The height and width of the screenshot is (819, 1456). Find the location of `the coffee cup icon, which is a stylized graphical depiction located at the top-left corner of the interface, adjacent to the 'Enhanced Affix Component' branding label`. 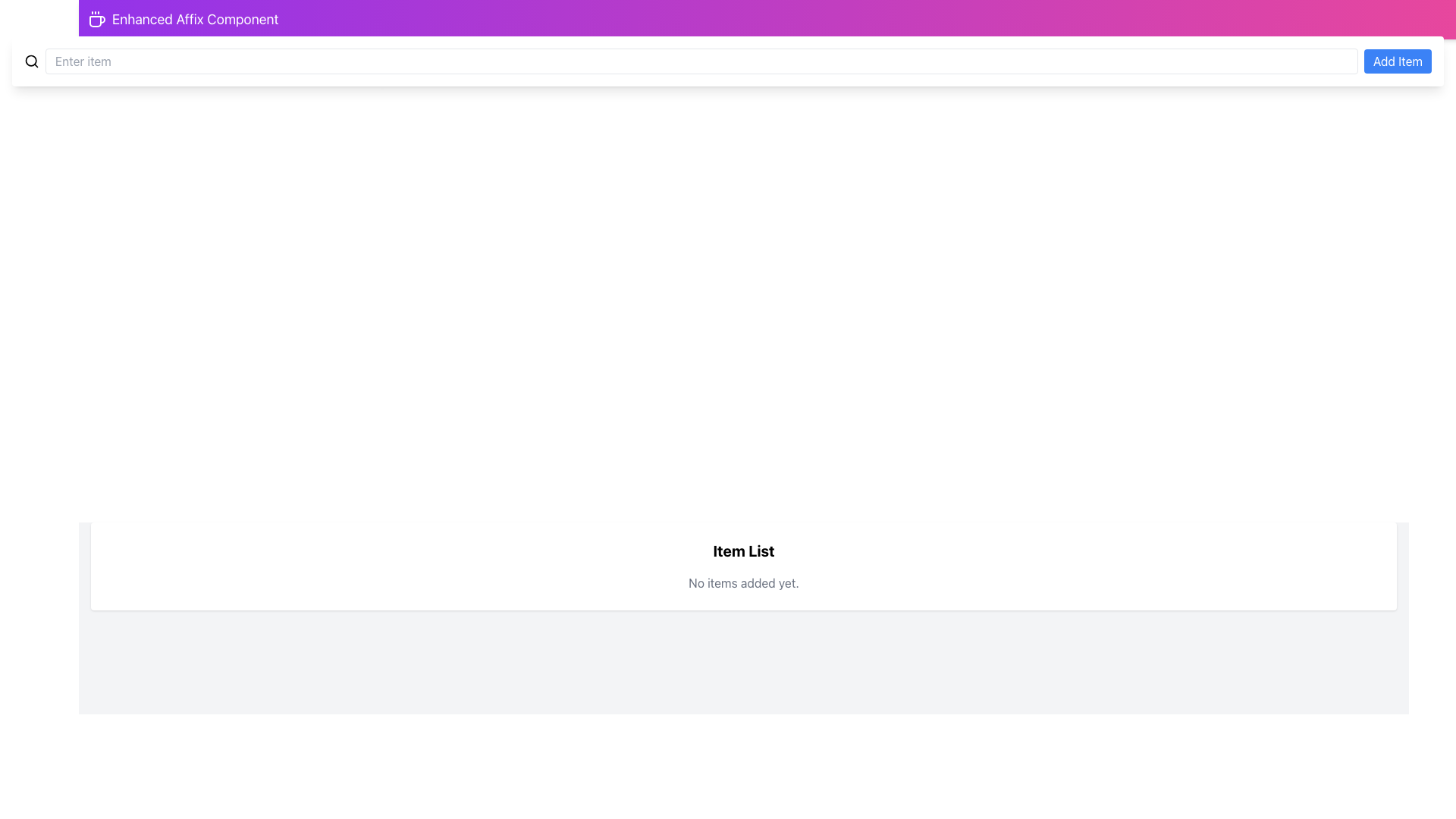

the coffee cup icon, which is a stylized graphical depiction located at the top-left corner of the interface, adjacent to the 'Enhanced Affix Component' branding label is located at coordinates (96, 21).